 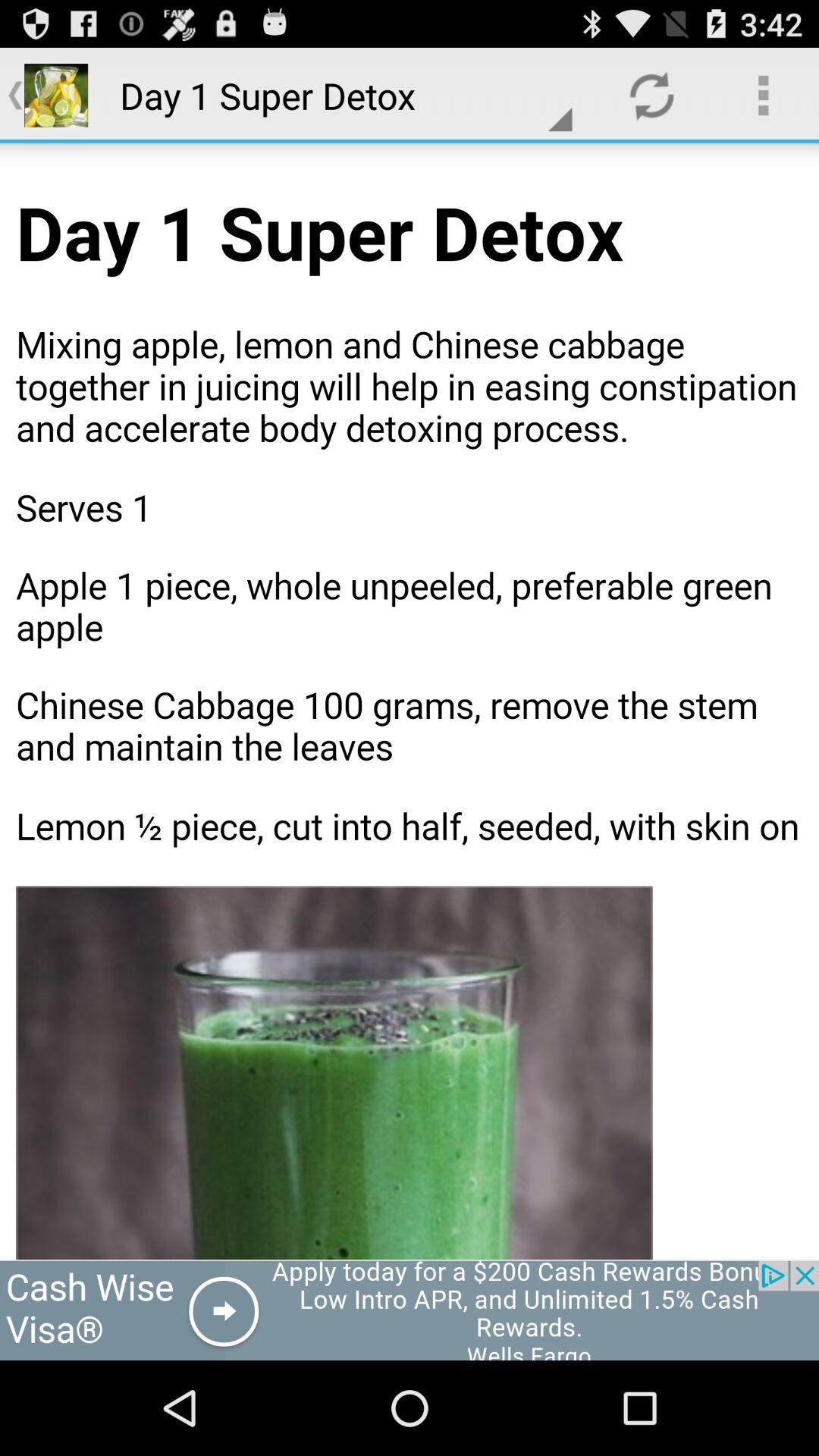 What do you see at coordinates (409, 701) in the screenshot?
I see `description` at bounding box center [409, 701].